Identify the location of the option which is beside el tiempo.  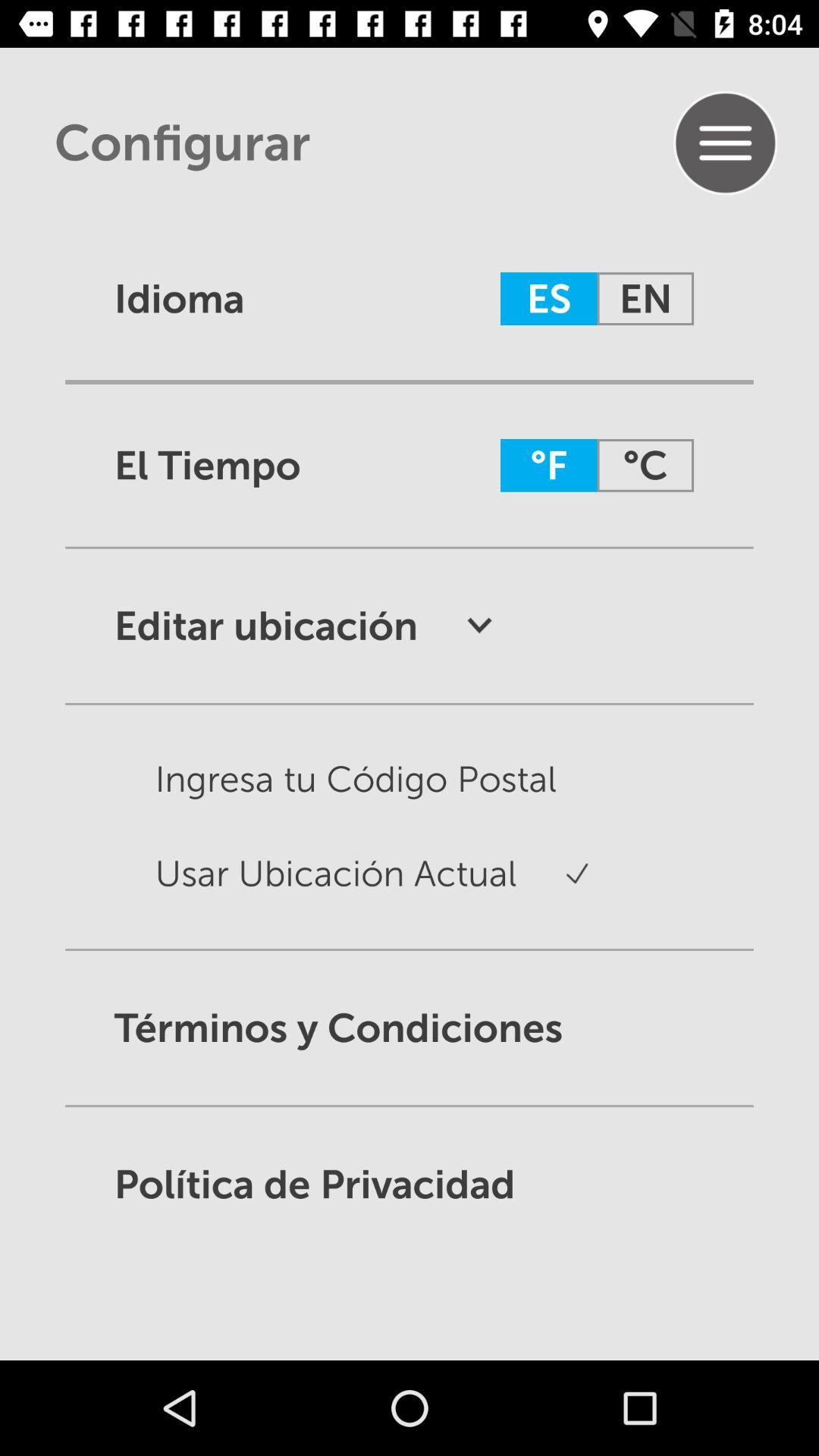
(596, 465).